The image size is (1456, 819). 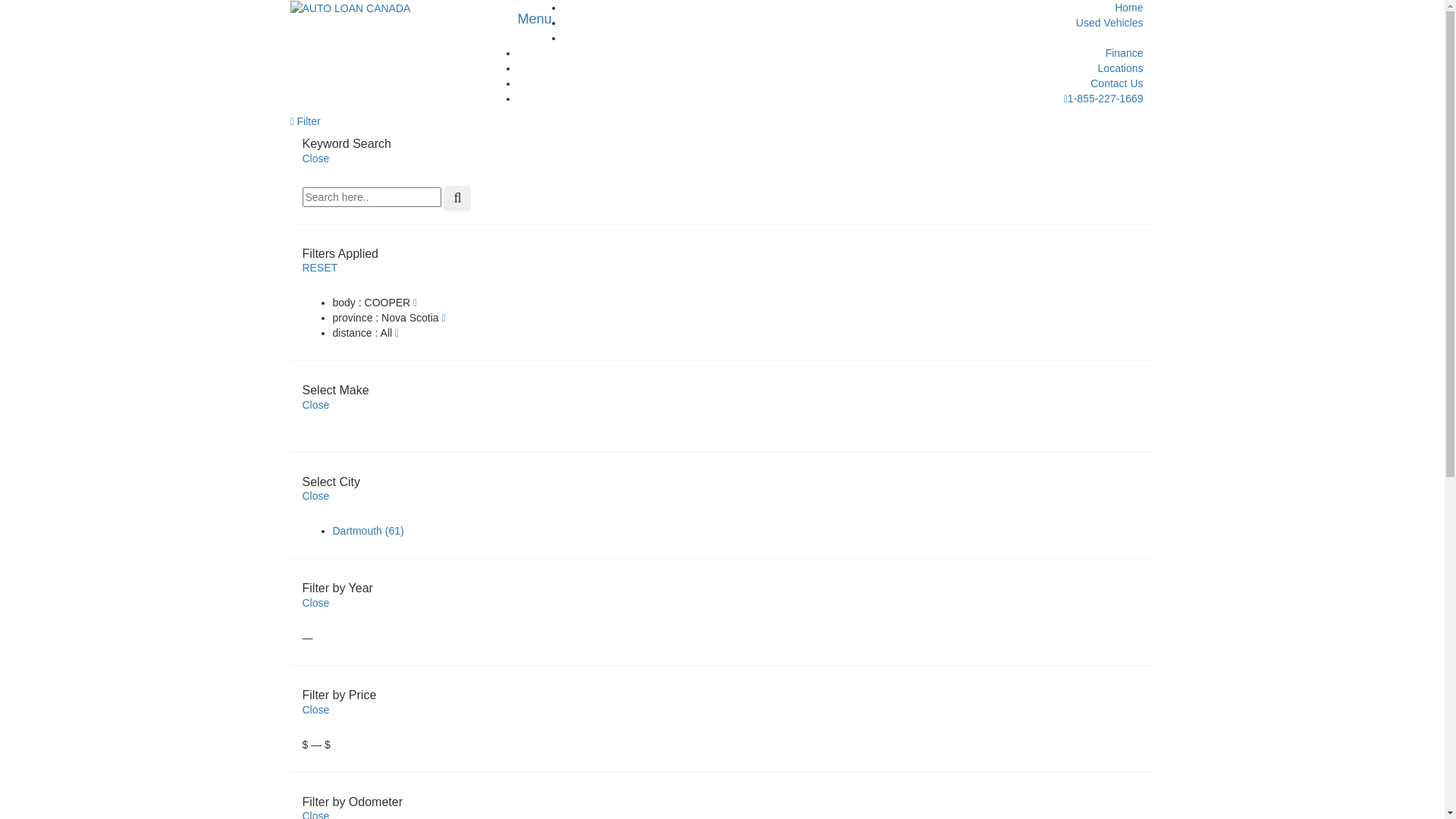 I want to click on 'Contact Us', so click(x=1116, y=83).